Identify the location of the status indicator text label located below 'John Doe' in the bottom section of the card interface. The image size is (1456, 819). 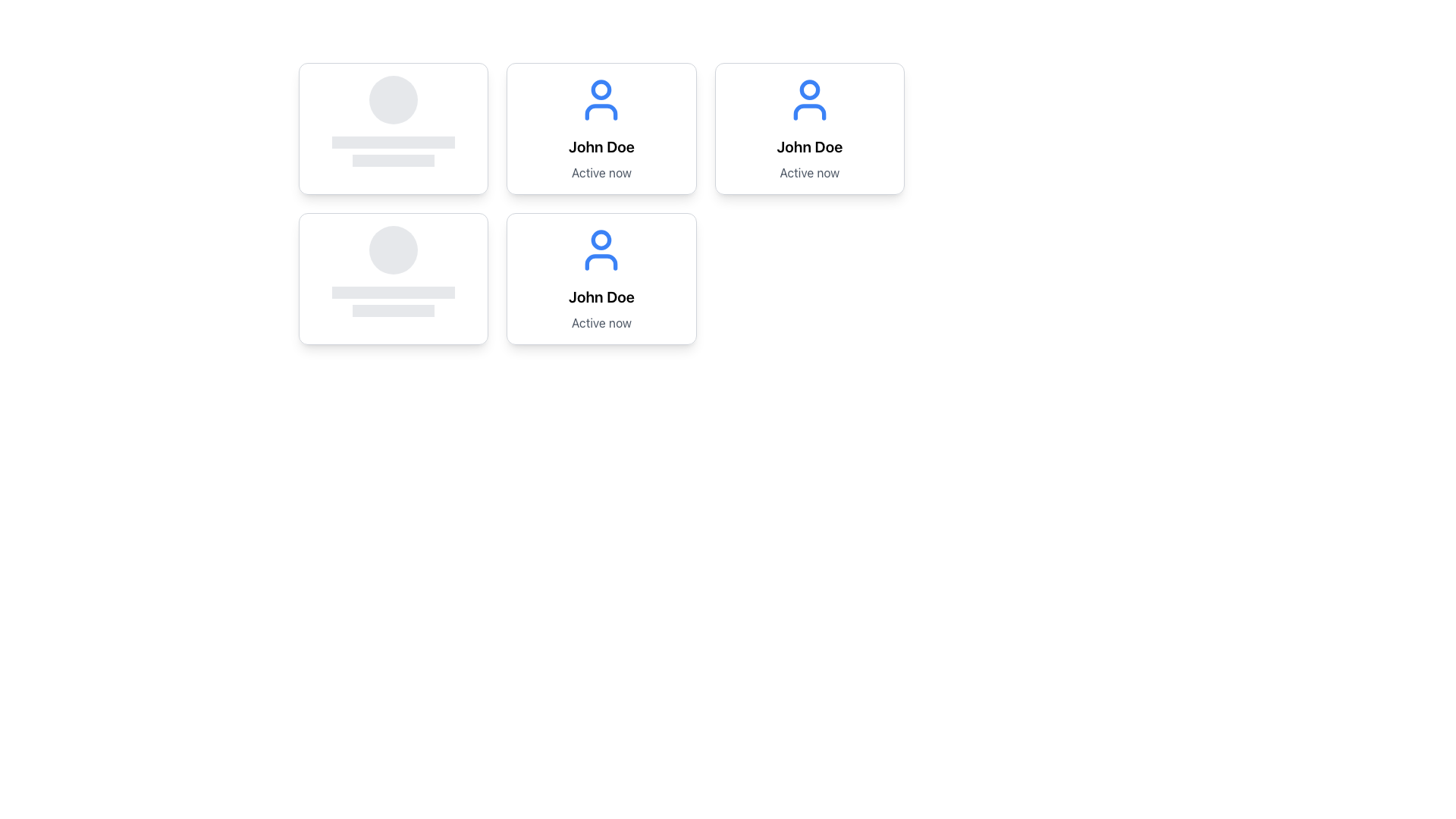
(601, 322).